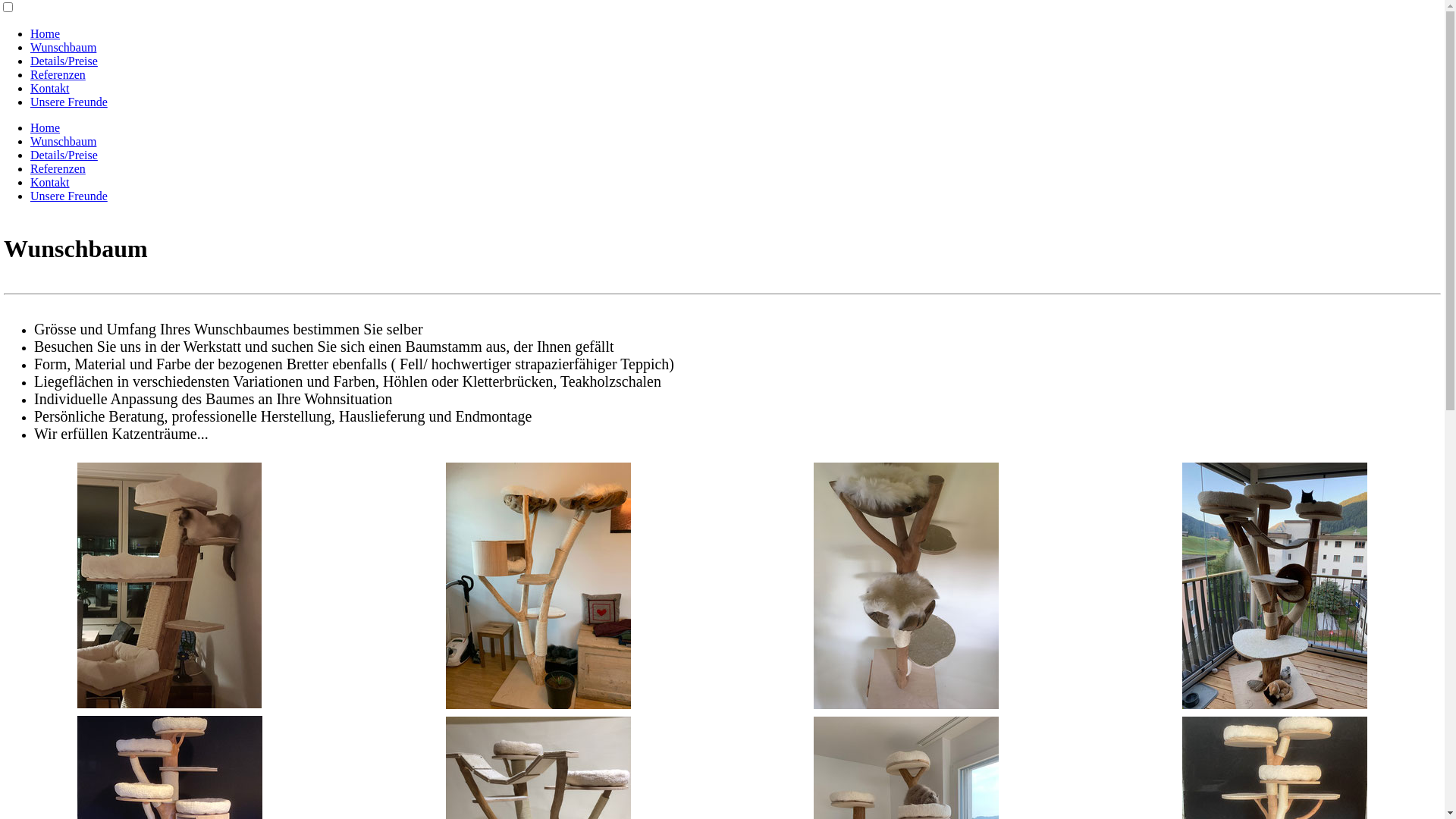 This screenshot has height=819, width=1456. What do you see at coordinates (45, 33) in the screenshot?
I see `'Home'` at bounding box center [45, 33].